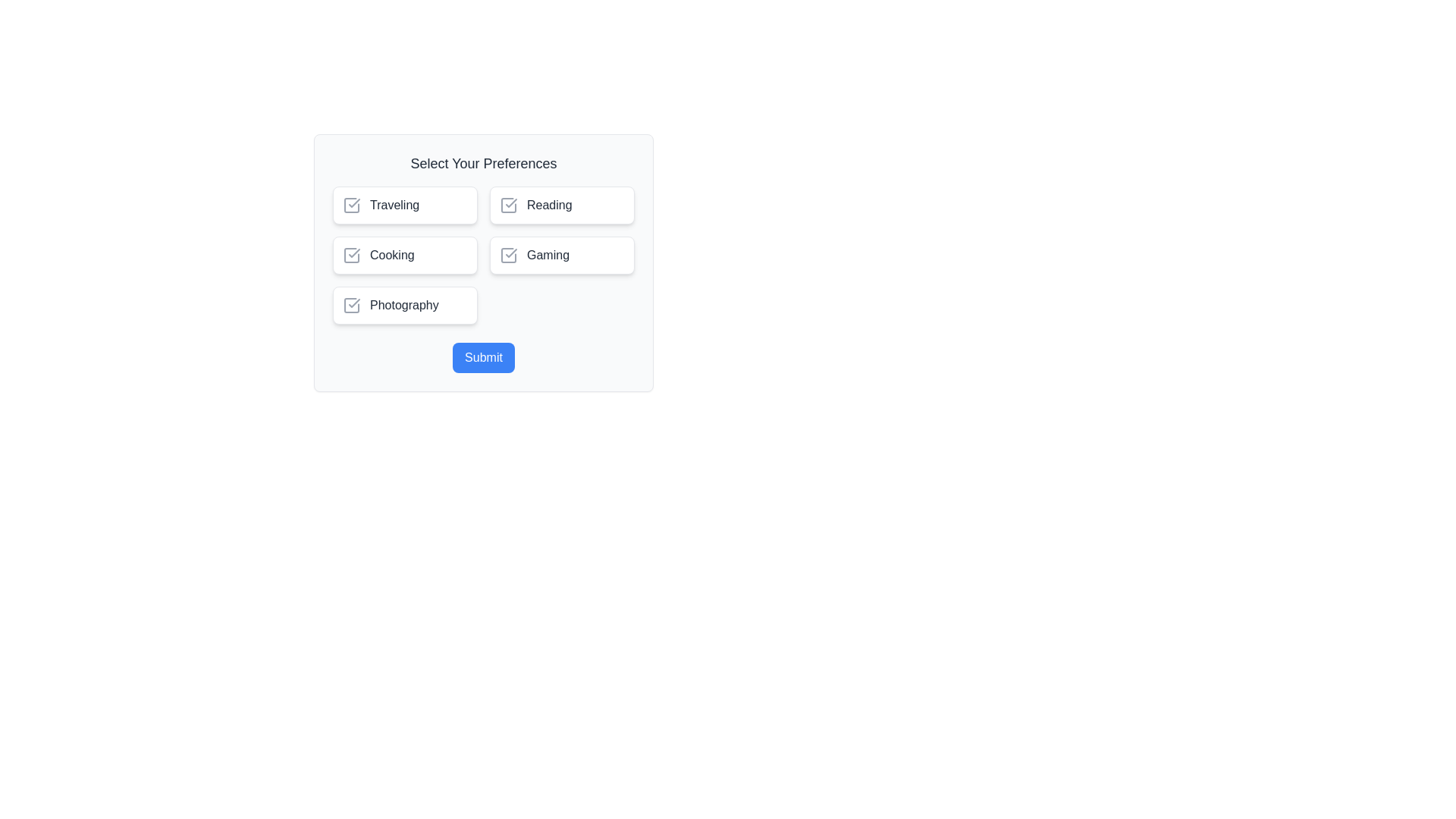 Image resolution: width=1456 pixels, height=819 pixels. What do you see at coordinates (561, 205) in the screenshot?
I see `the 'Reading' selectable option button, which features a checkmark icon and bold dark-gray text` at bounding box center [561, 205].